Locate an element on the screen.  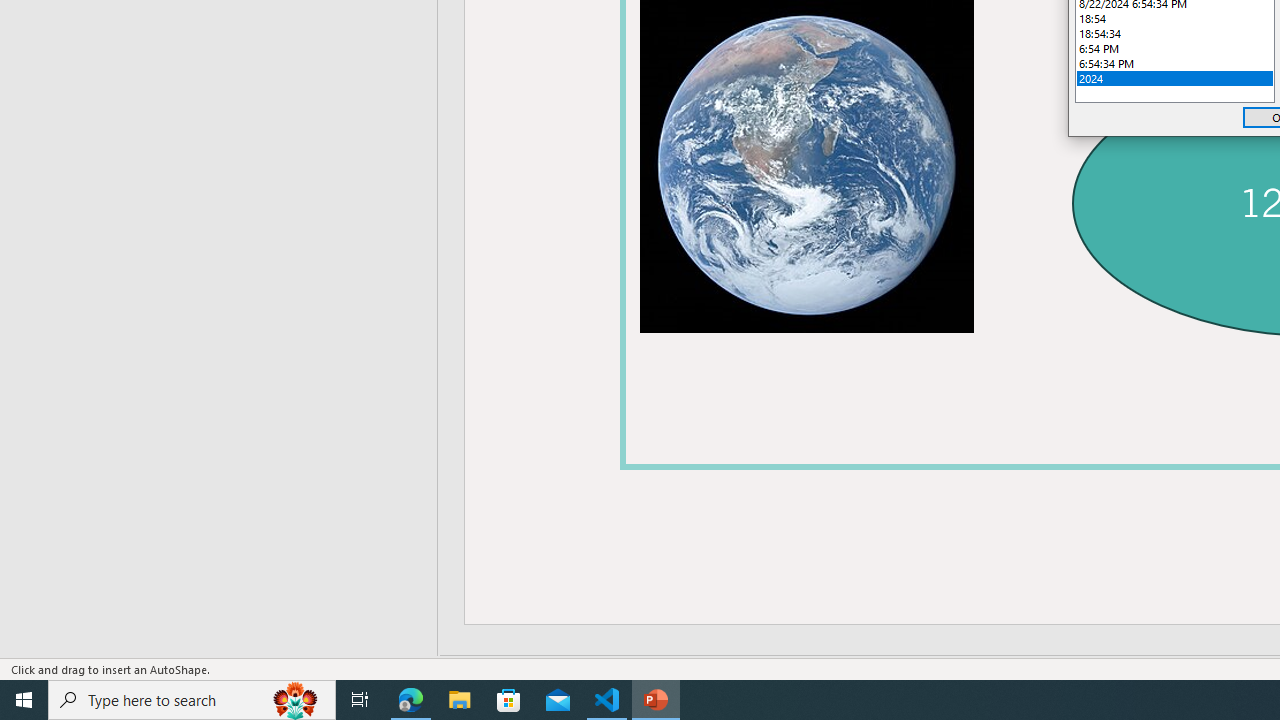
'18:54:34' is located at coordinates (1175, 33).